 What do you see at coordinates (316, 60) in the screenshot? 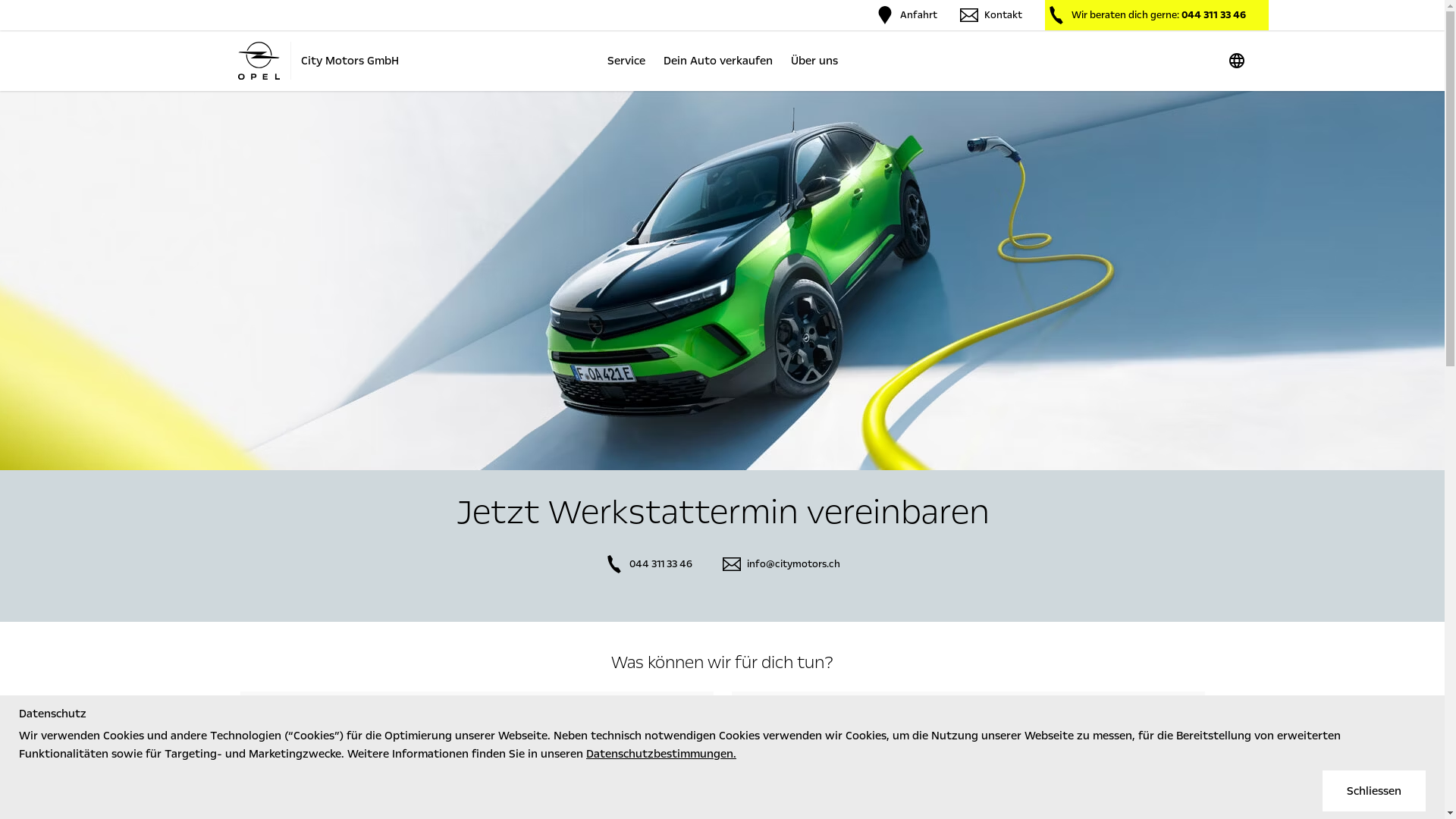
I see `'City Motors GmbH'` at bounding box center [316, 60].